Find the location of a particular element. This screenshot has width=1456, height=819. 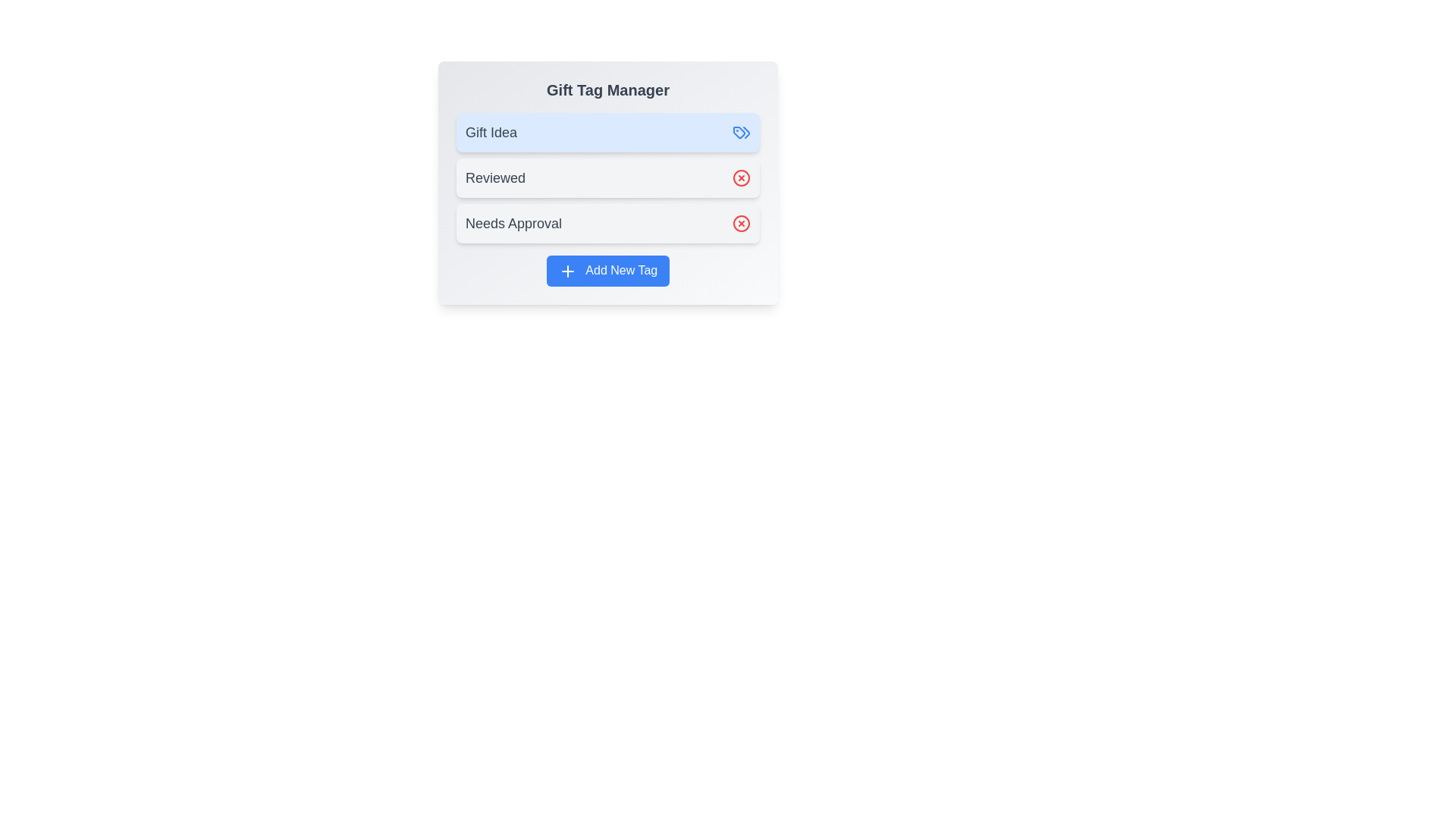

the tag labeled Gift Idea is located at coordinates (607, 131).